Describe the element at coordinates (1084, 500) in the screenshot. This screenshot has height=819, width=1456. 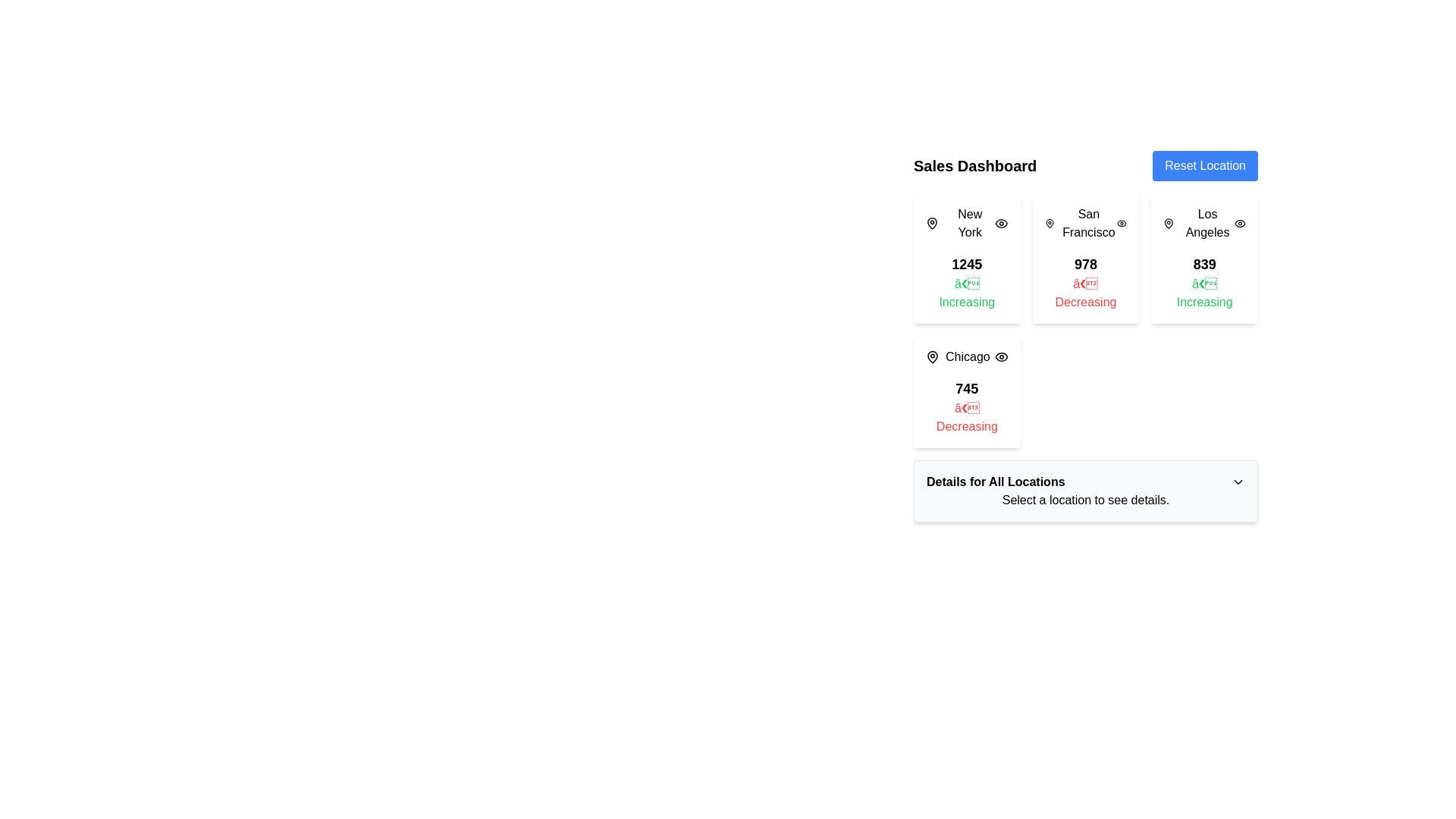
I see `the informational Text Label located below the title 'Details for All Locations', which prompts the user to select a location for related details` at that location.